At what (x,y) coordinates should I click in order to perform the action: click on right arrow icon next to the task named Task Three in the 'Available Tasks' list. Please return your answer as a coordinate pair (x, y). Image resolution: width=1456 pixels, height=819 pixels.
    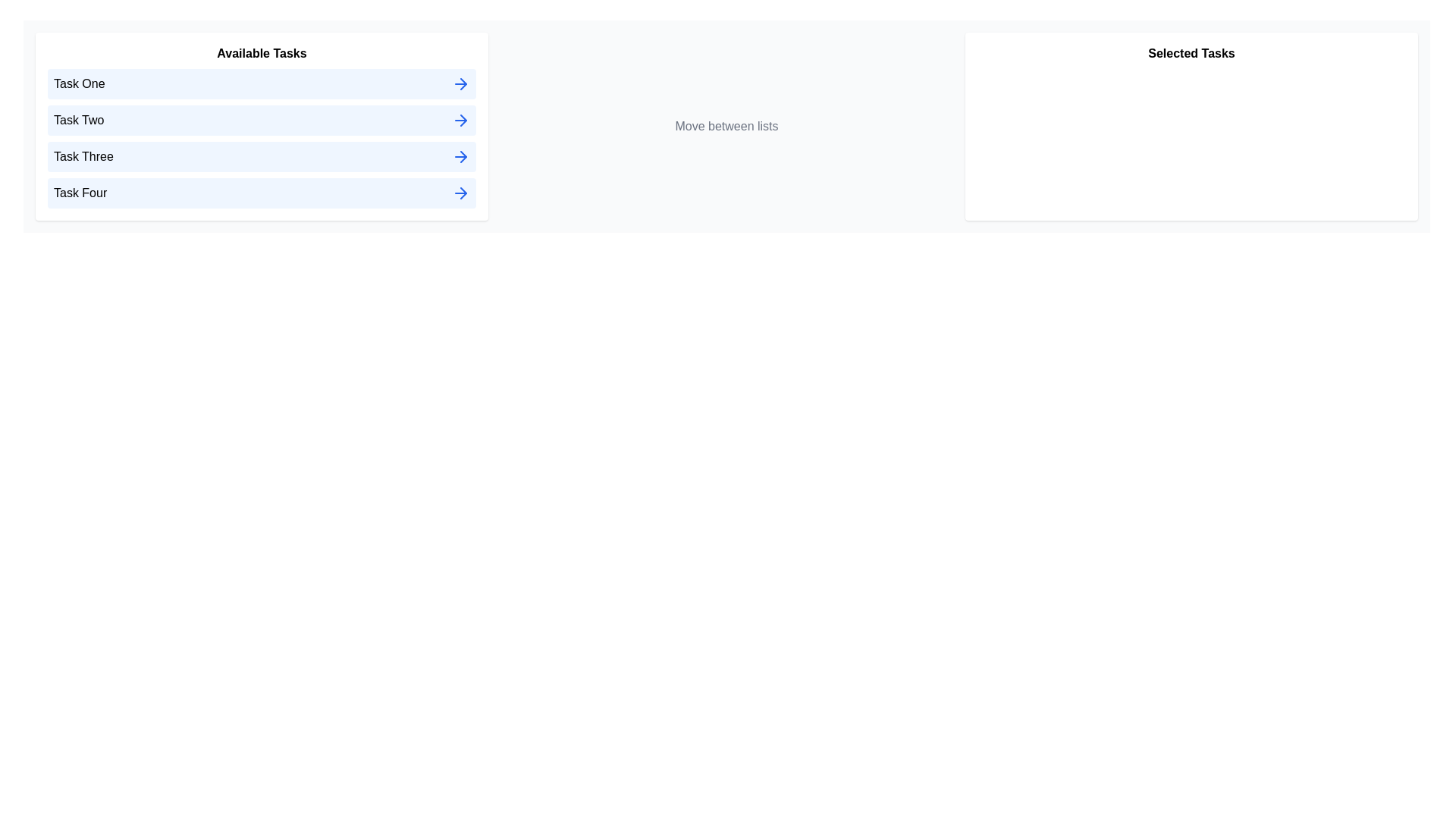
    Looking at the image, I should click on (460, 157).